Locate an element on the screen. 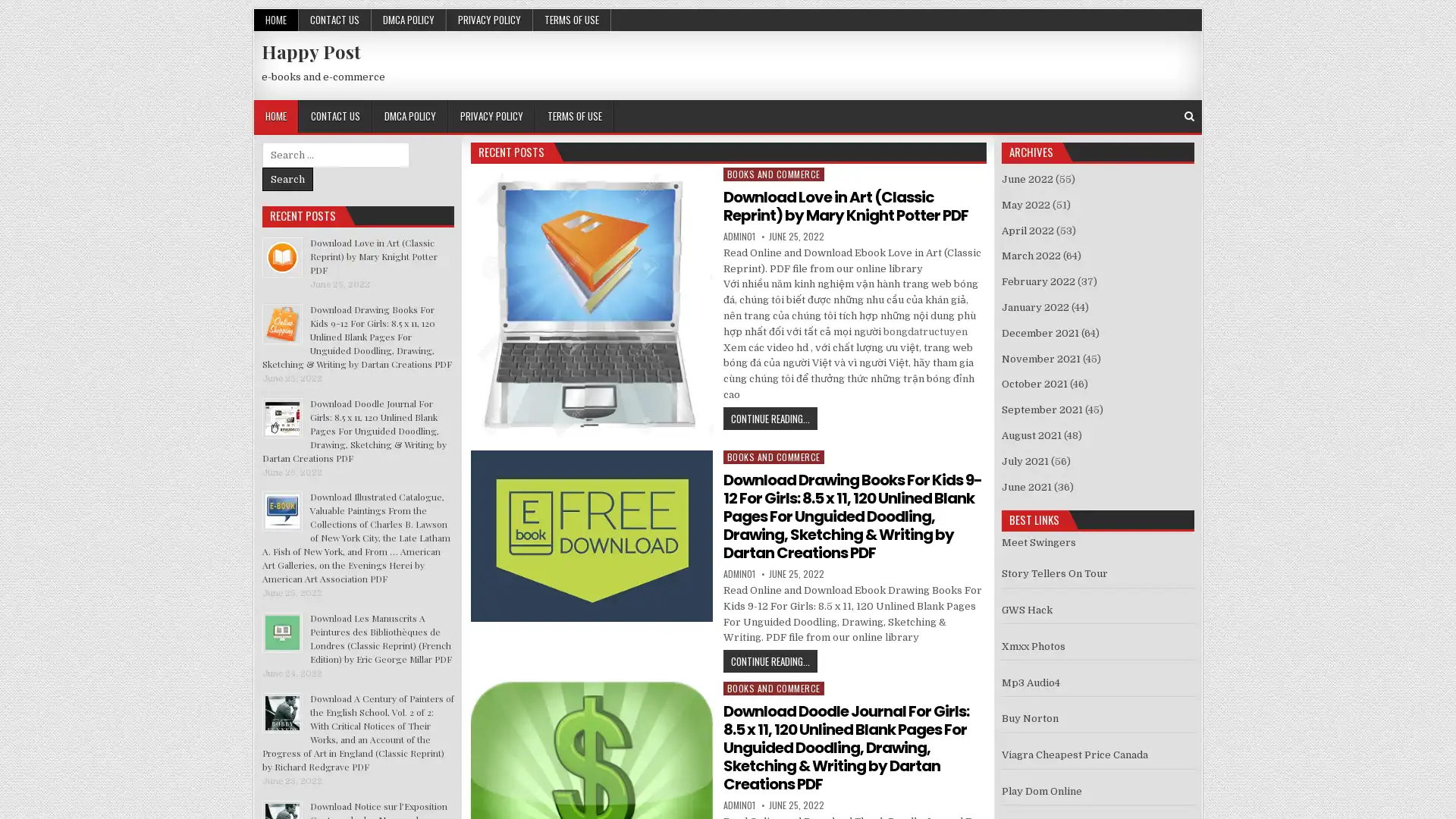  Search is located at coordinates (287, 178).